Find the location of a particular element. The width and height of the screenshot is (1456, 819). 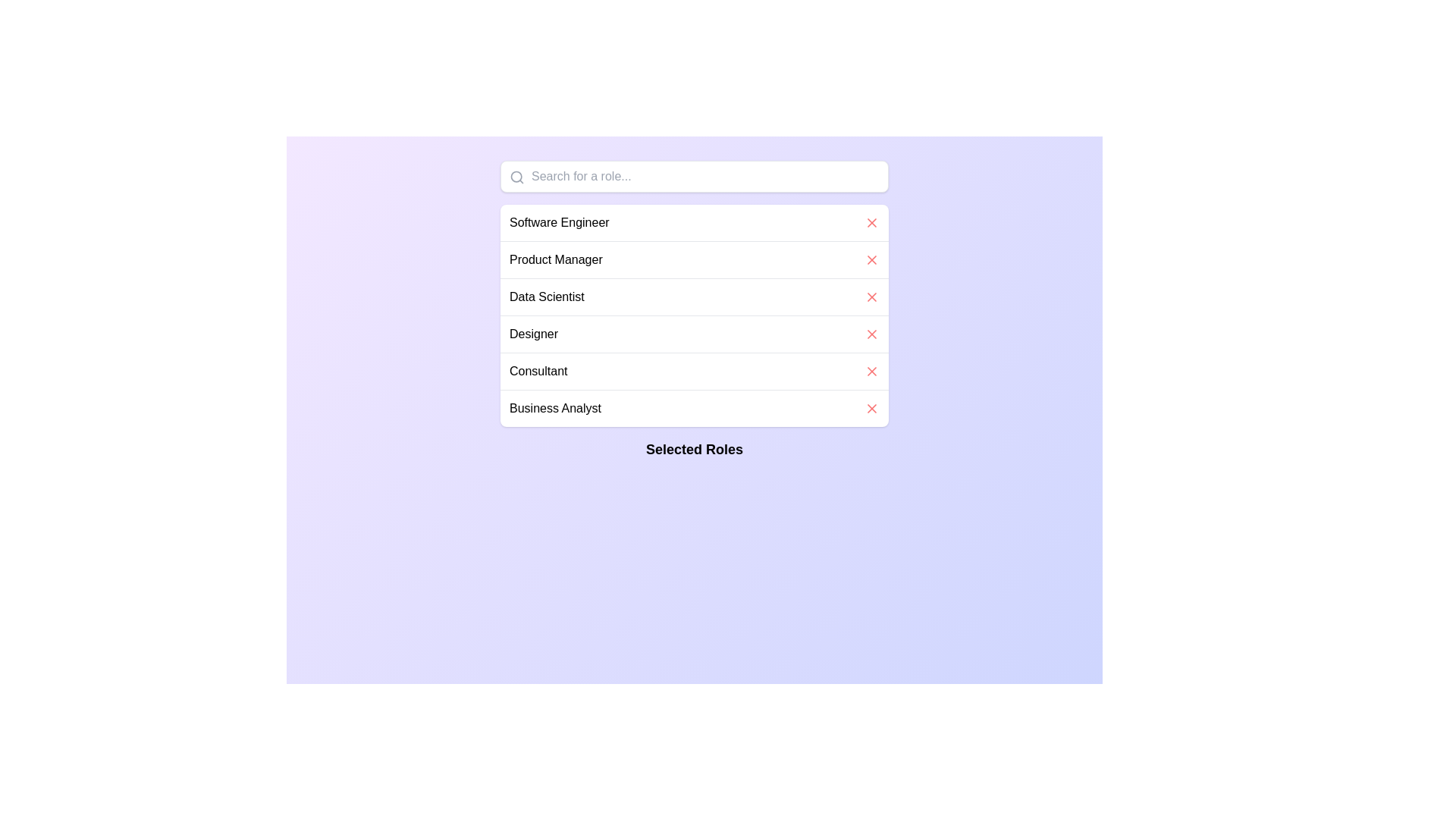

the Close or delete icon (the 'X' graphic) aligned to the right side of the 'Product Manager' list item is located at coordinates (872, 259).